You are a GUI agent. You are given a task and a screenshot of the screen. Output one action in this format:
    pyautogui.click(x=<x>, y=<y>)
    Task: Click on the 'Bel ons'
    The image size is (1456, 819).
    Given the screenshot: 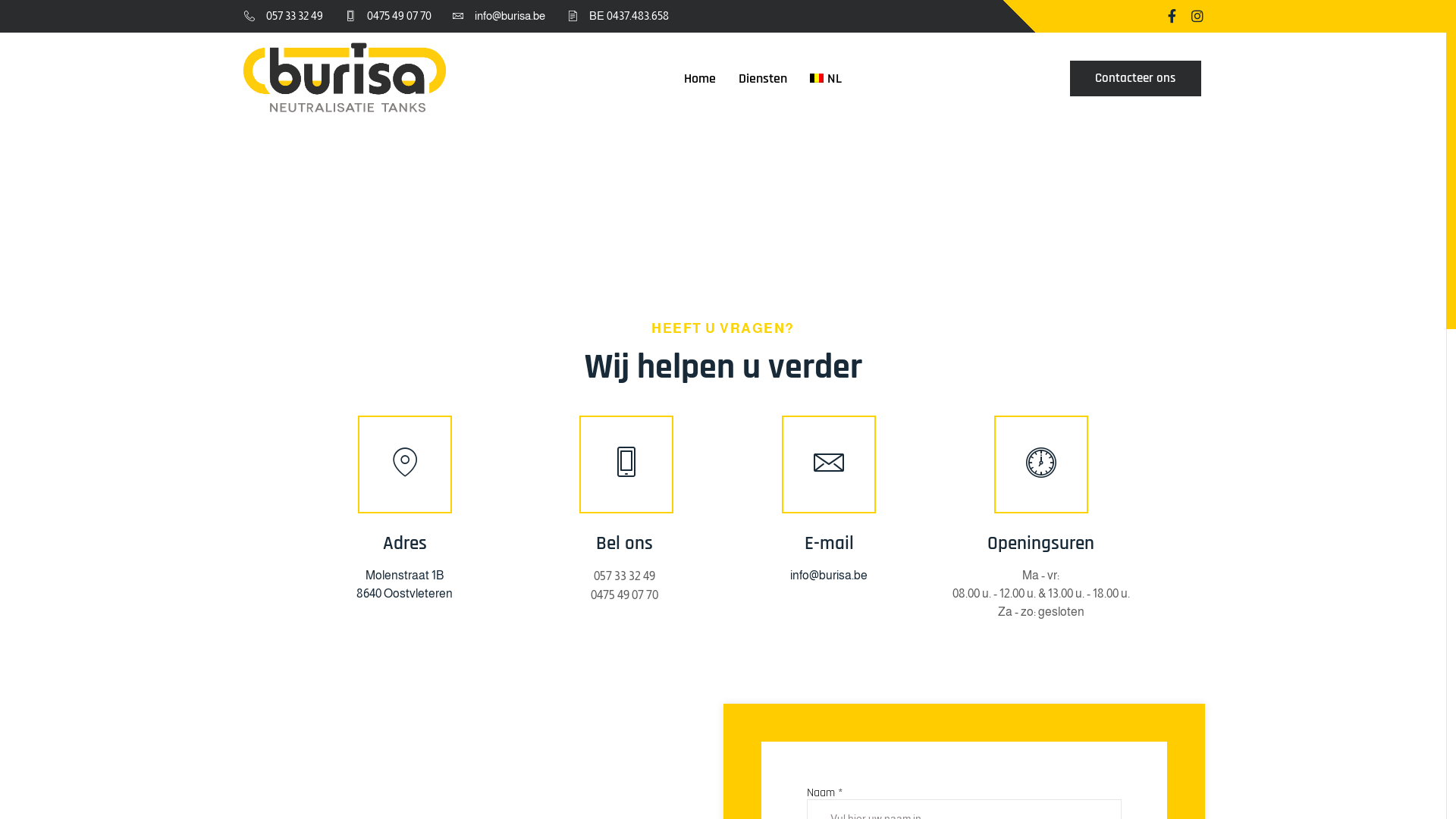 What is the action you would take?
    pyautogui.click(x=578, y=543)
    